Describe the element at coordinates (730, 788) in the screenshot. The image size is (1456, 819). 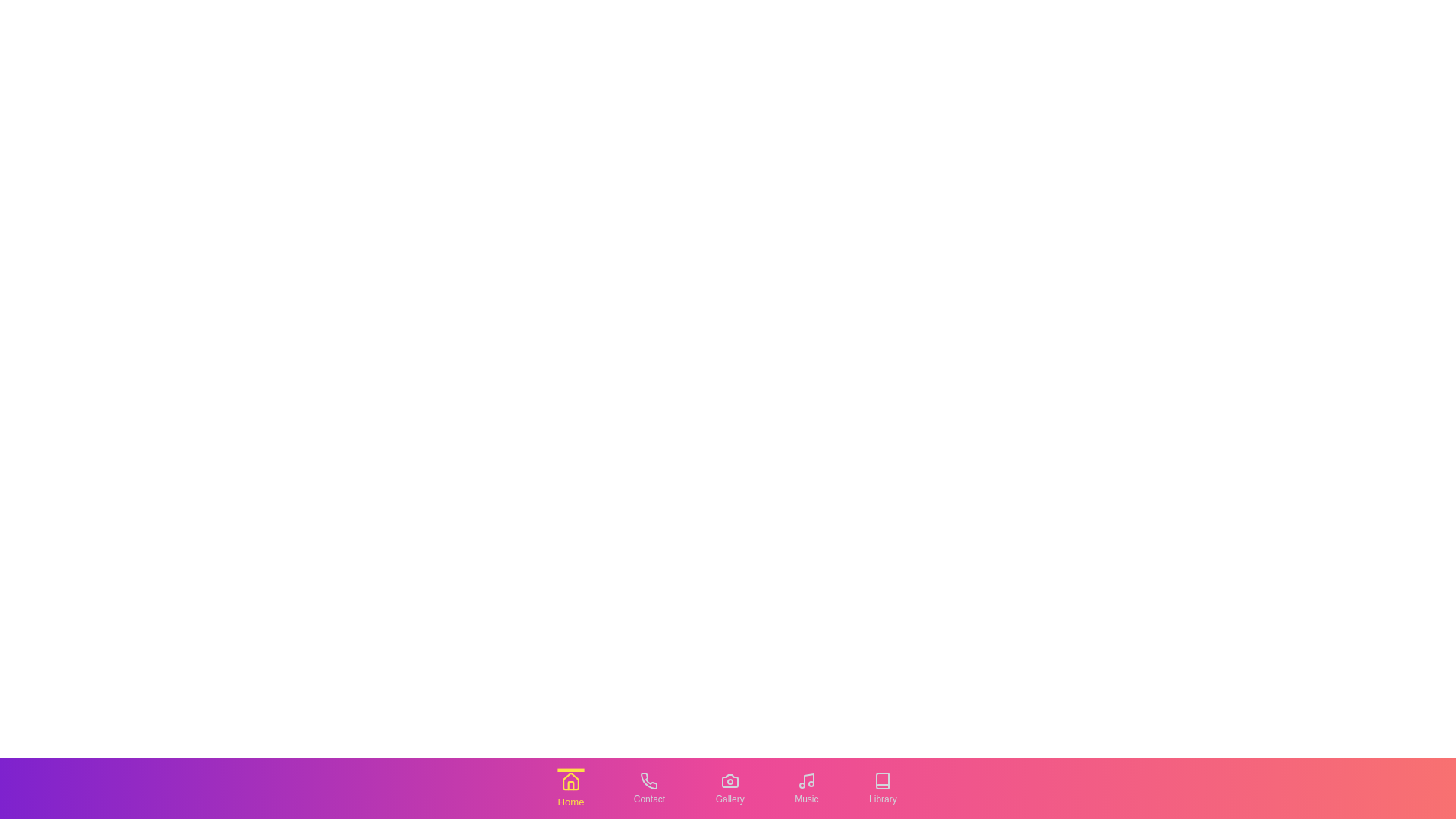
I see `the tab labeled Gallery to switch to that tab` at that location.